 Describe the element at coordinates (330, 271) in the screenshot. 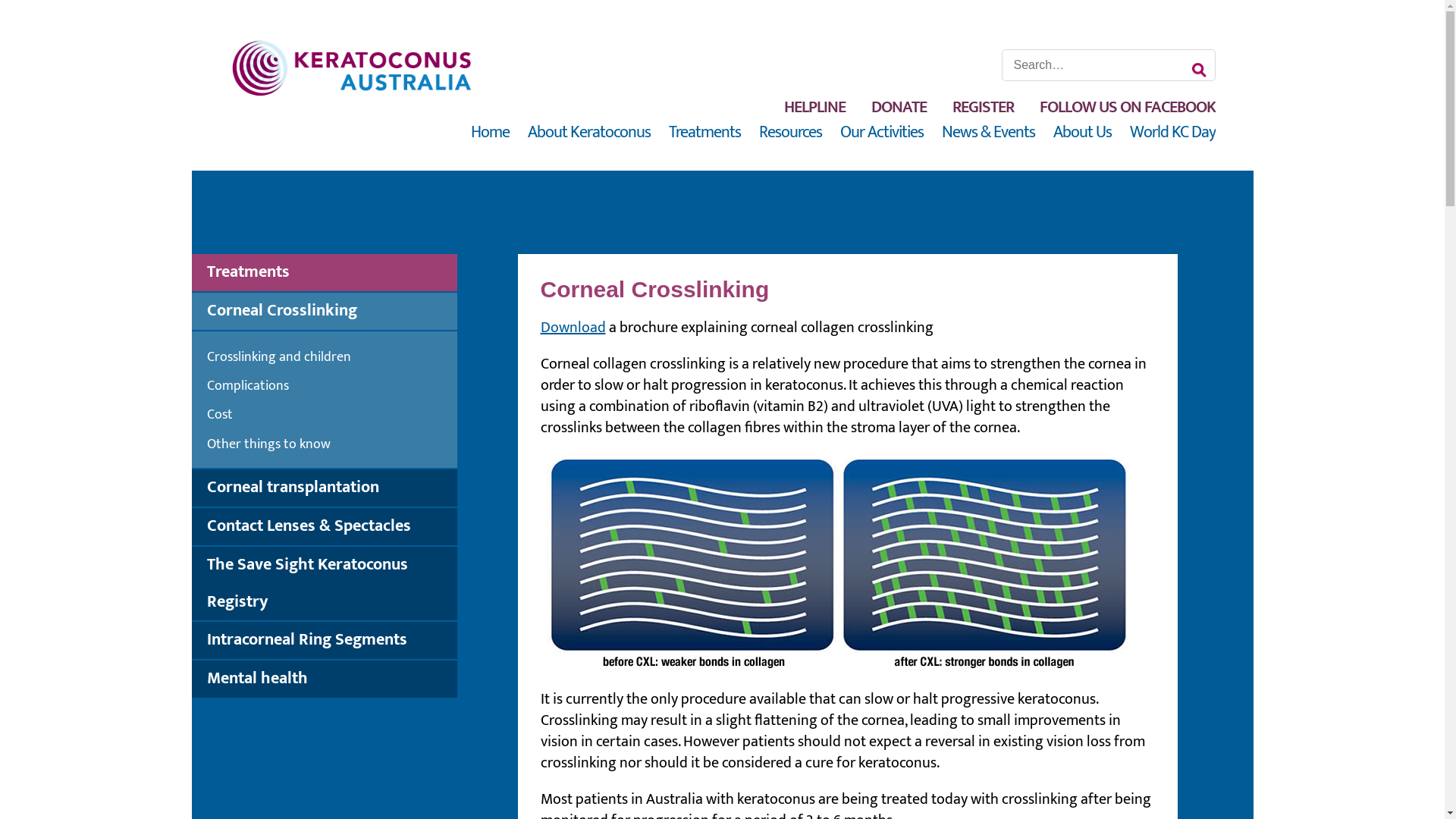

I see `'Treatments'` at that location.